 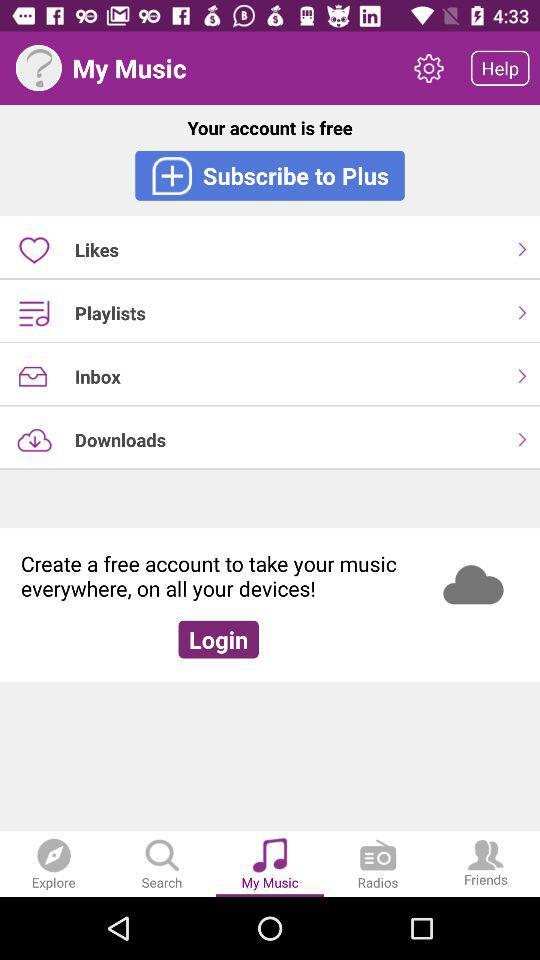 What do you see at coordinates (427, 68) in the screenshot?
I see `the icon next to the help icon` at bounding box center [427, 68].